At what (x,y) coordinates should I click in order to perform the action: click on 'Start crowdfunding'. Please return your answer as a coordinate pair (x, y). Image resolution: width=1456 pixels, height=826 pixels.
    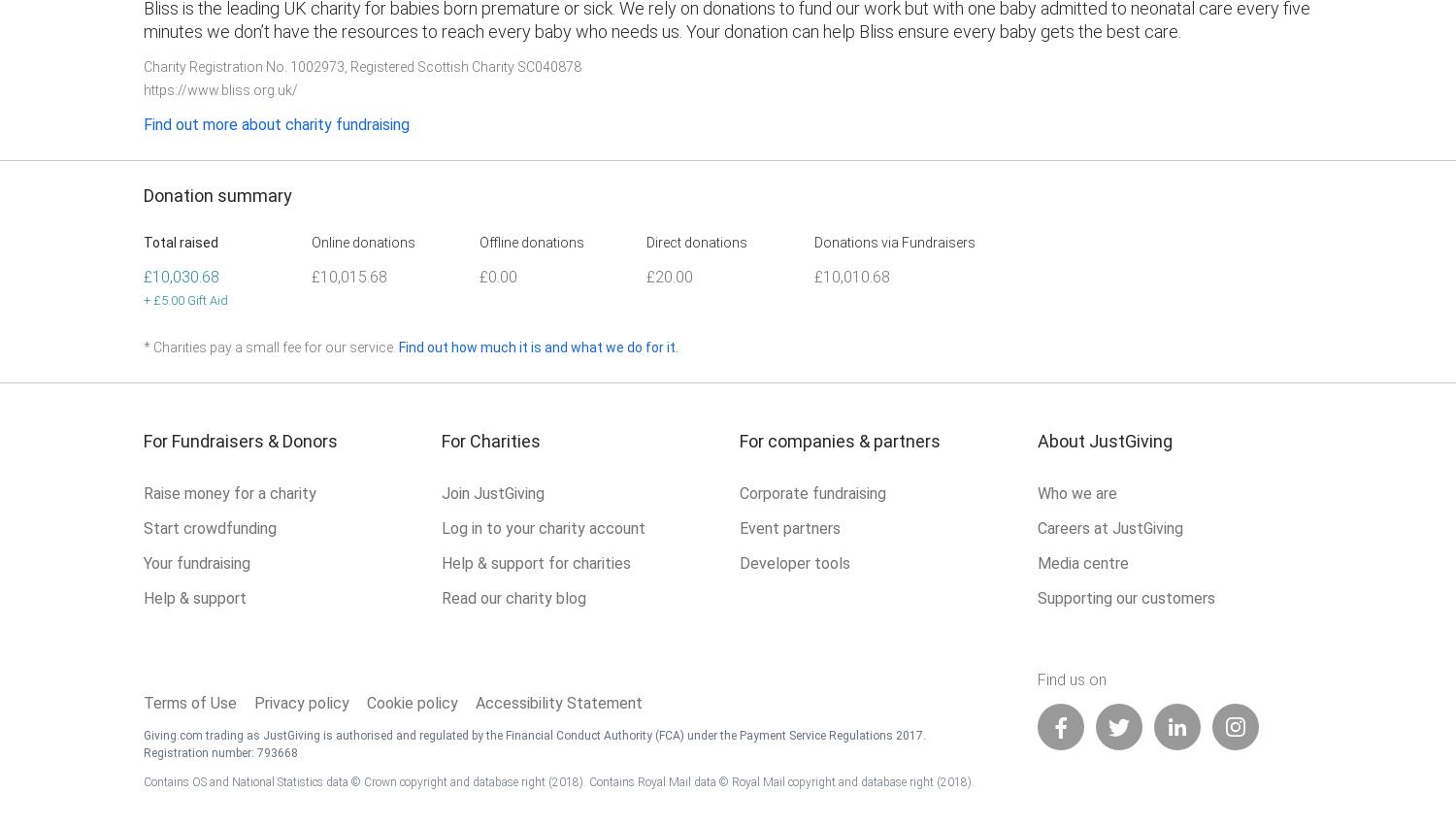
    Looking at the image, I should click on (209, 526).